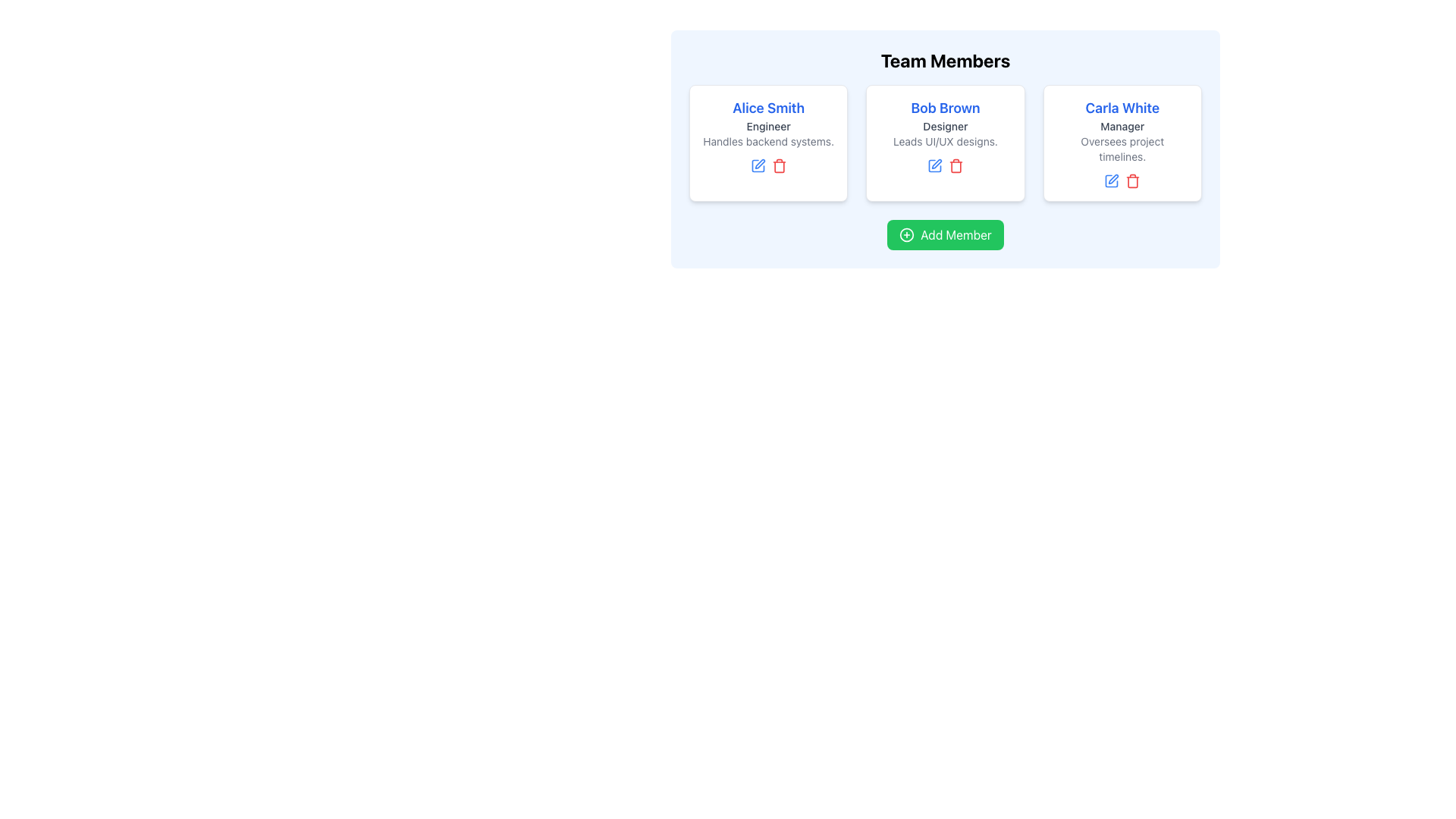 This screenshot has width=1456, height=819. I want to click on the text label displaying the name 'Bob Brown' at the top of the card, so click(945, 107).